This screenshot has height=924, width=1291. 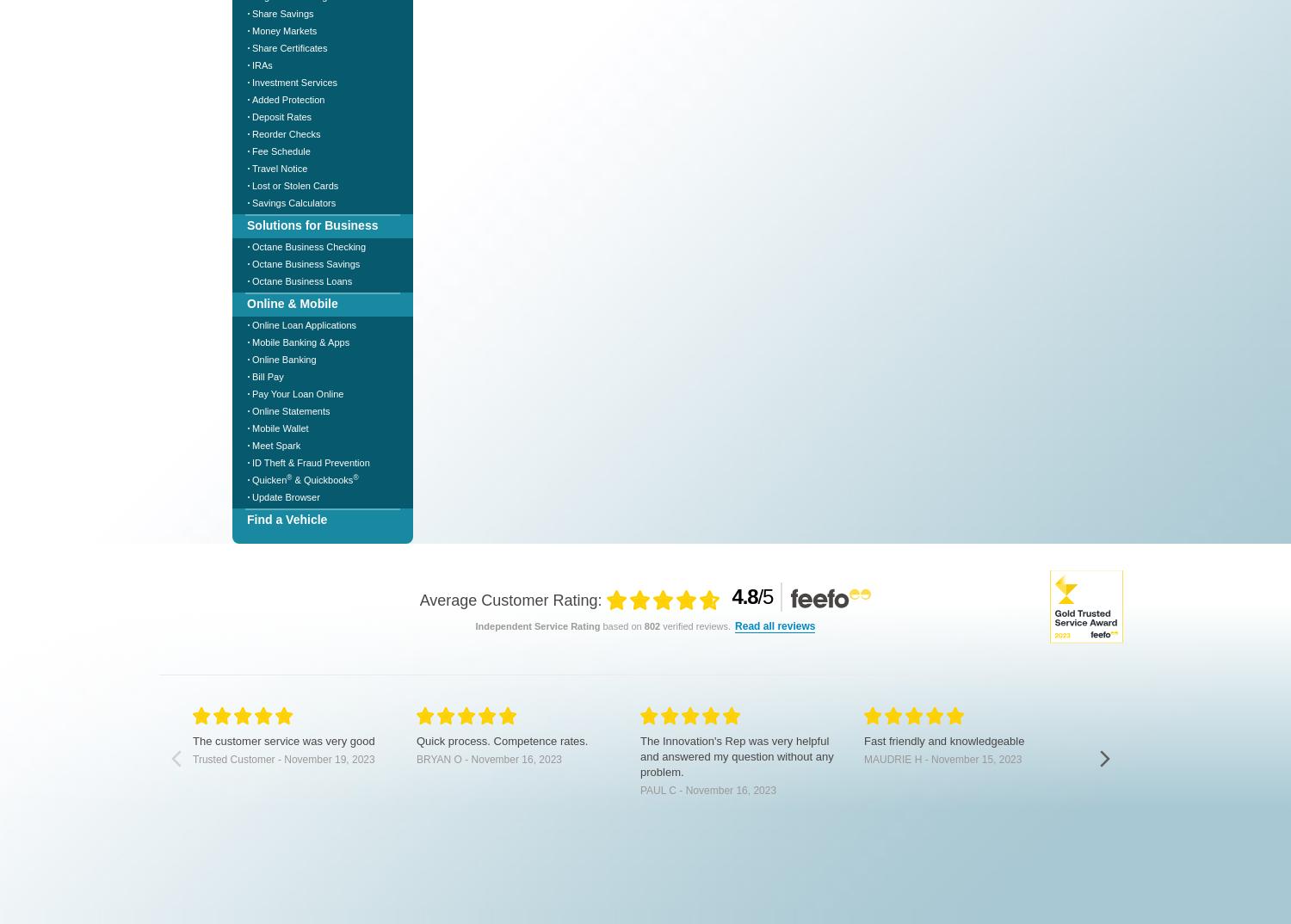 What do you see at coordinates (269, 477) in the screenshot?
I see `'Quicken'` at bounding box center [269, 477].